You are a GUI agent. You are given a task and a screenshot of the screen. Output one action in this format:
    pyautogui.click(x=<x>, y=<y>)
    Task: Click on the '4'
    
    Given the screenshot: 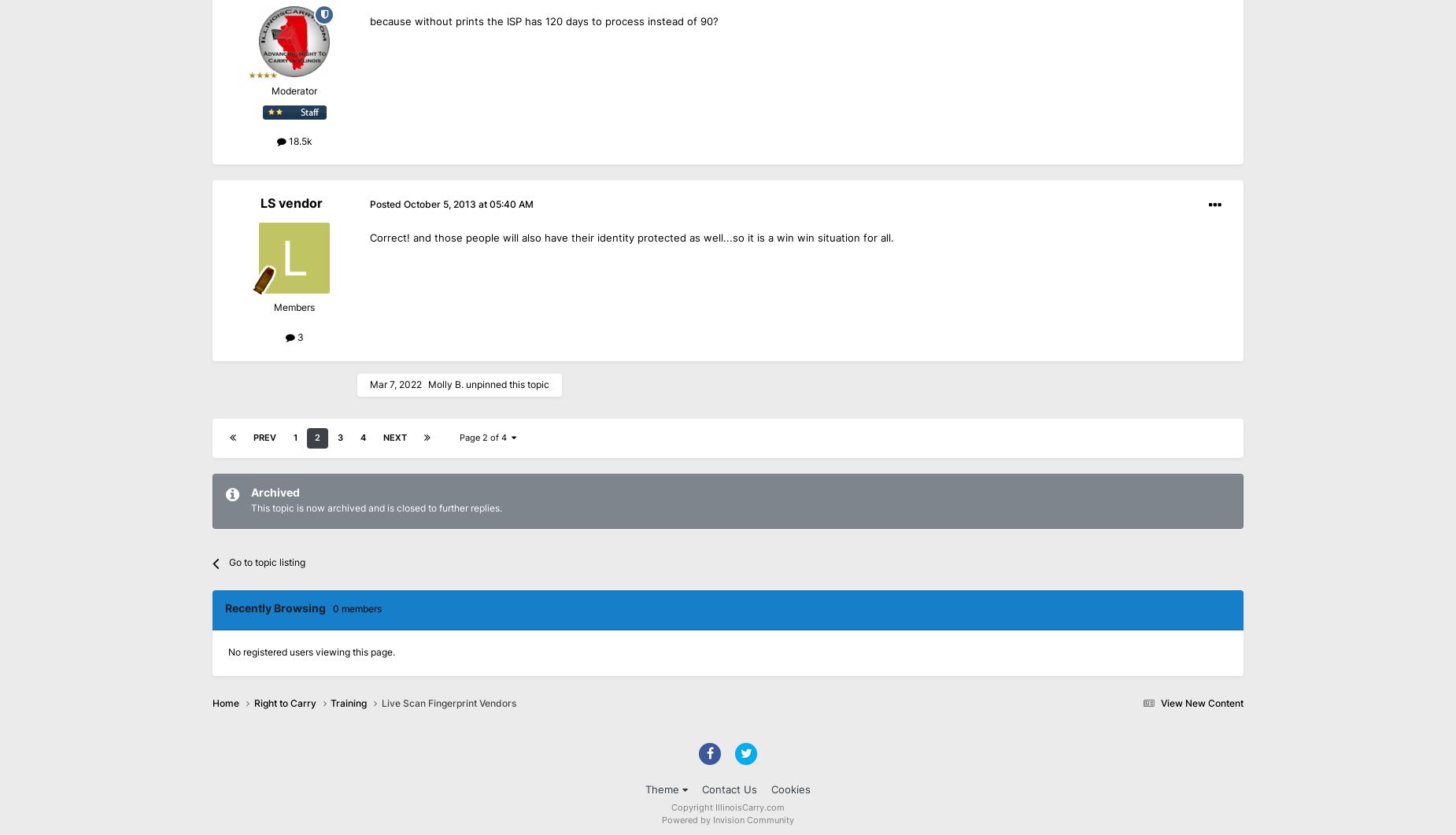 What is the action you would take?
    pyautogui.click(x=362, y=437)
    